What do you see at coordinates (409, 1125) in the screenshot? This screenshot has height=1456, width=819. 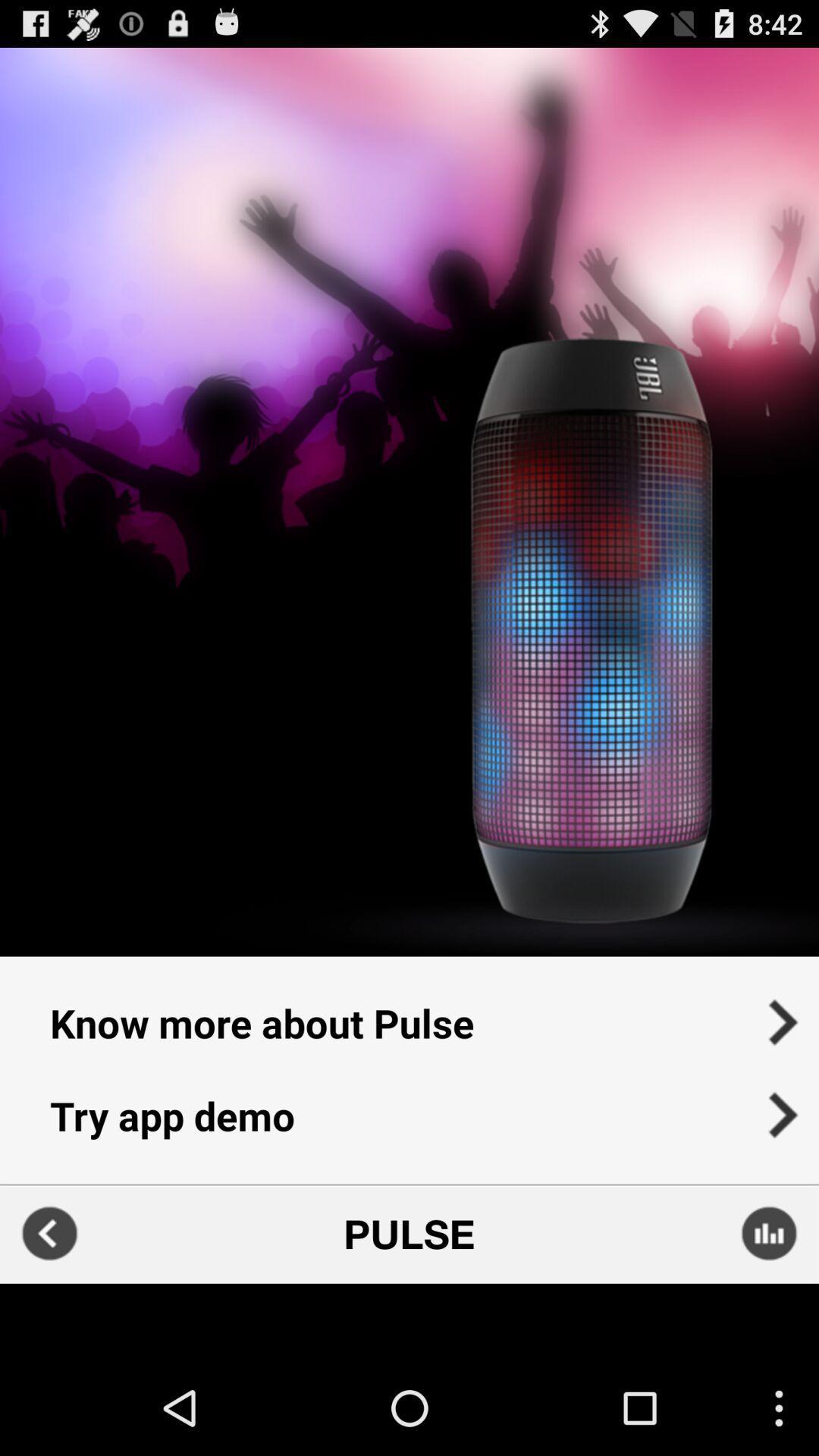 I see `icon below the know more about icon` at bounding box center [409, 1125].